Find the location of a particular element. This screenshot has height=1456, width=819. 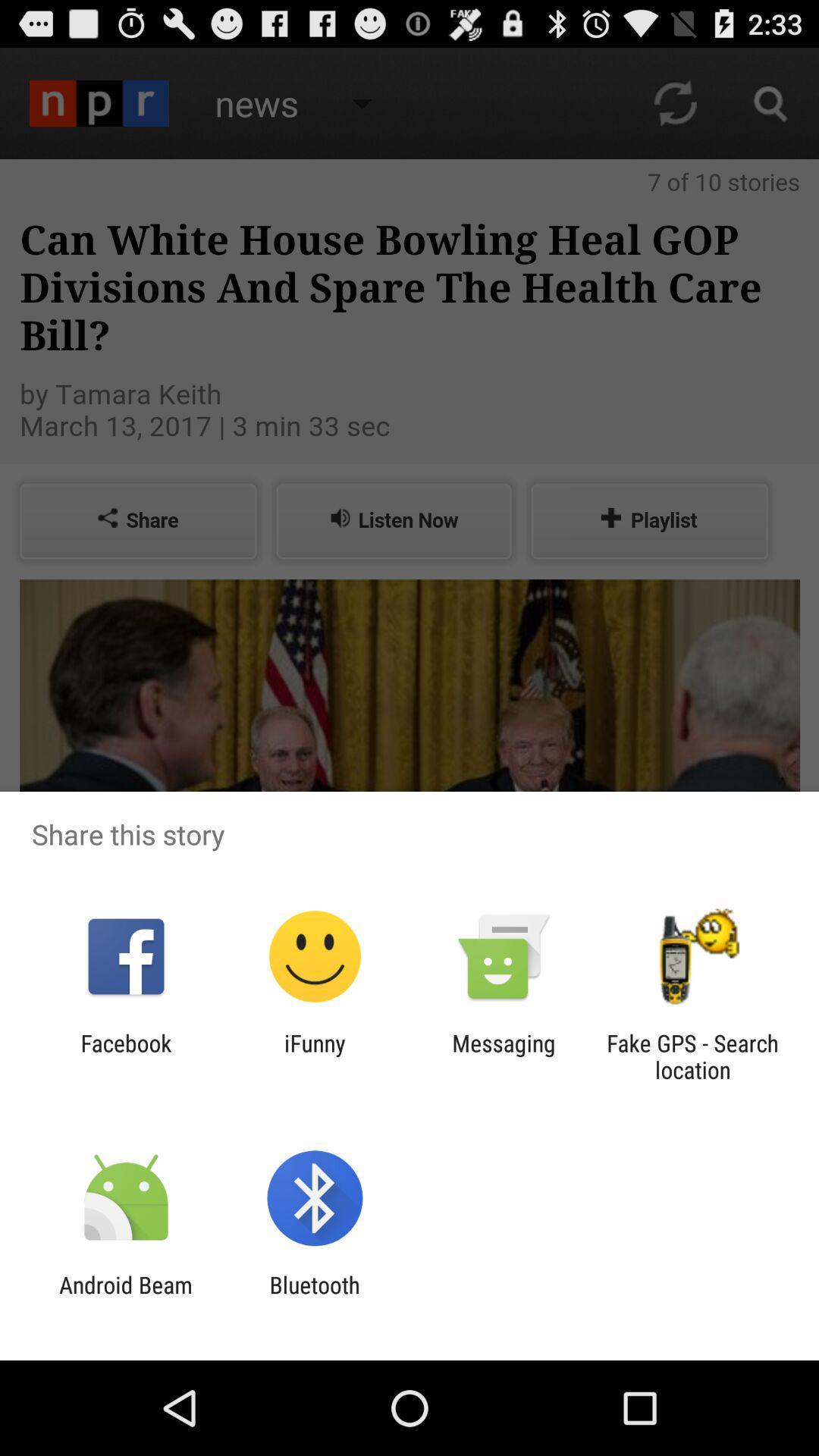

item next to the messaging app is located at coordinates (314, 1056).